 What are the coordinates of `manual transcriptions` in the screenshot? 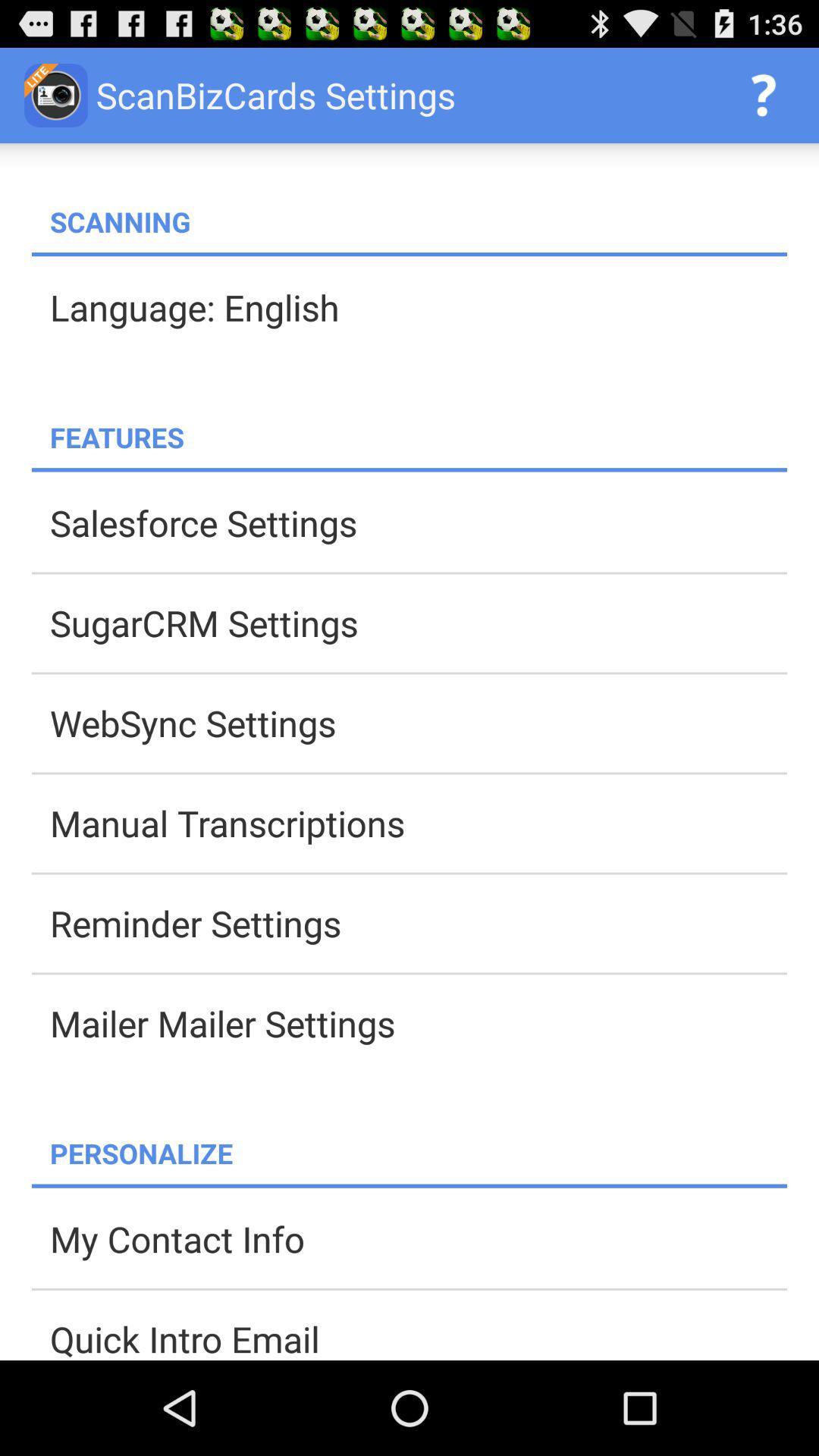 It's located at (418, 822).